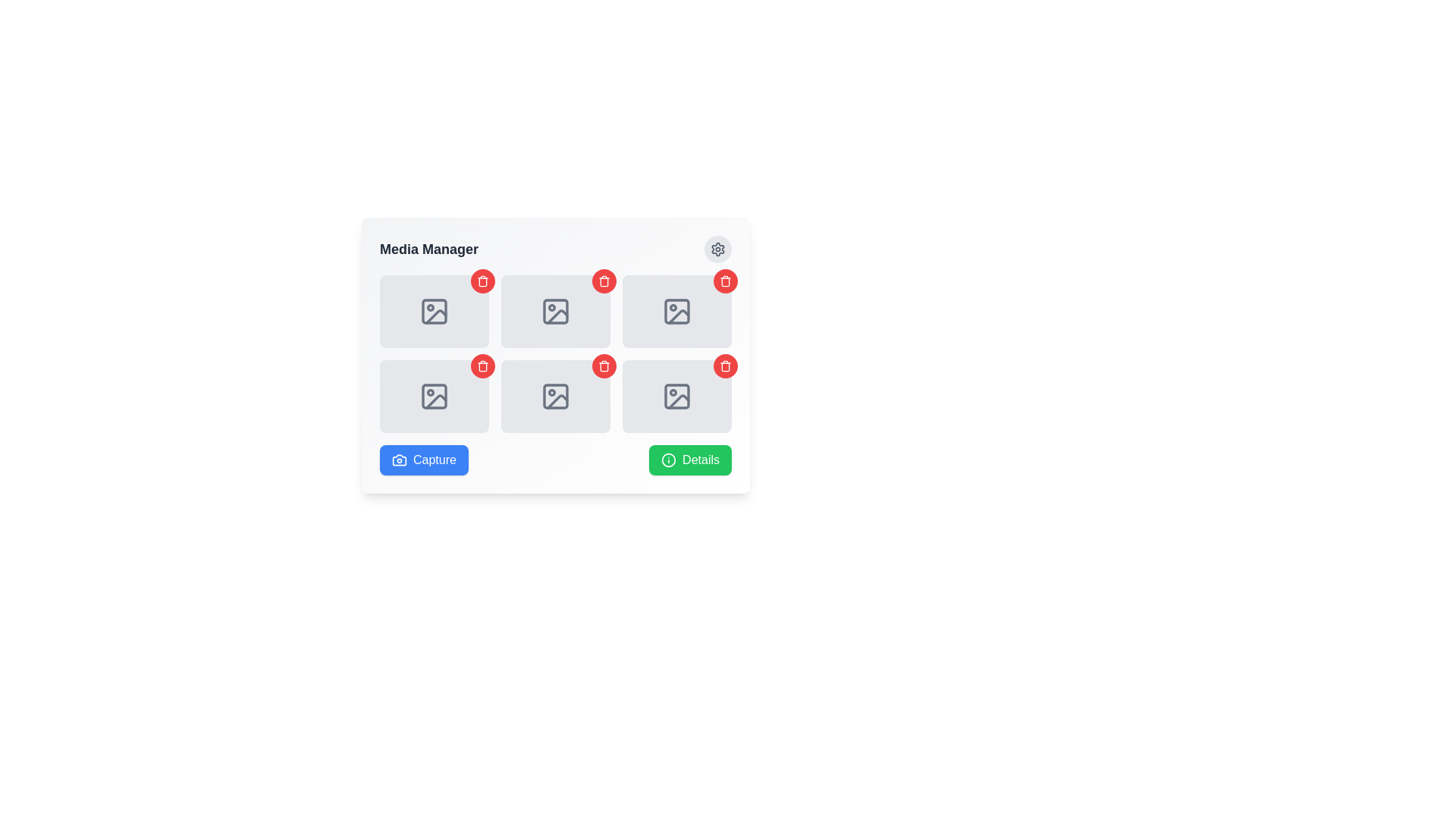 The height and width of the screenshot is (819, 1456). Describe the element at coordinates (717, 248) in the screenshot. I see `the circular button with a light gray background and a gear icon located in the top-right corner of the 'Media Manager' section` at that location.